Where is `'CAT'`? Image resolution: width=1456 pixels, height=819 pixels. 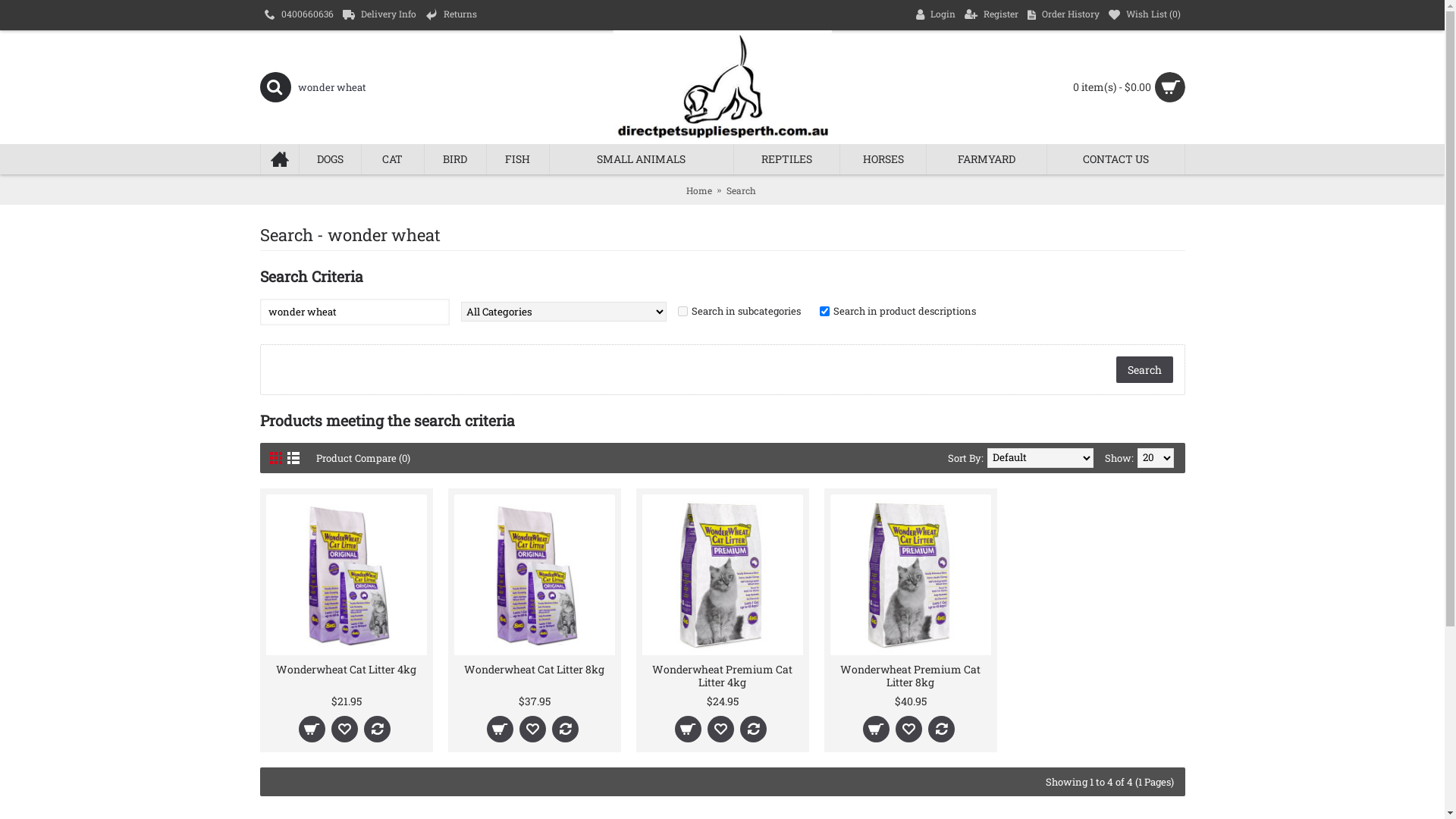
'CAT' is located at coordinates (393, 158).